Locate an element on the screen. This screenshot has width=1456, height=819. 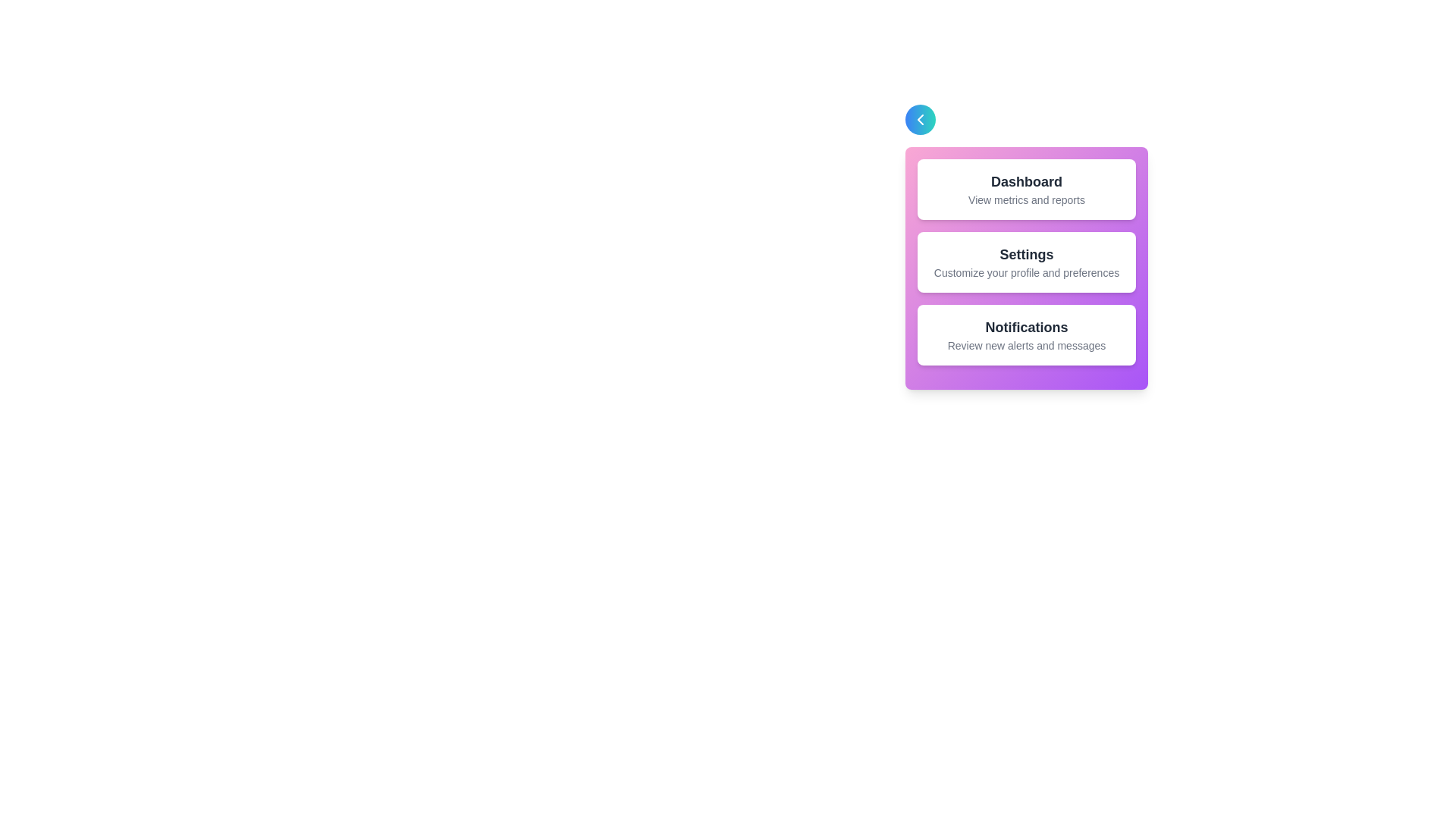
the Settings section to focus on it is located at coordinates (1026, 262).